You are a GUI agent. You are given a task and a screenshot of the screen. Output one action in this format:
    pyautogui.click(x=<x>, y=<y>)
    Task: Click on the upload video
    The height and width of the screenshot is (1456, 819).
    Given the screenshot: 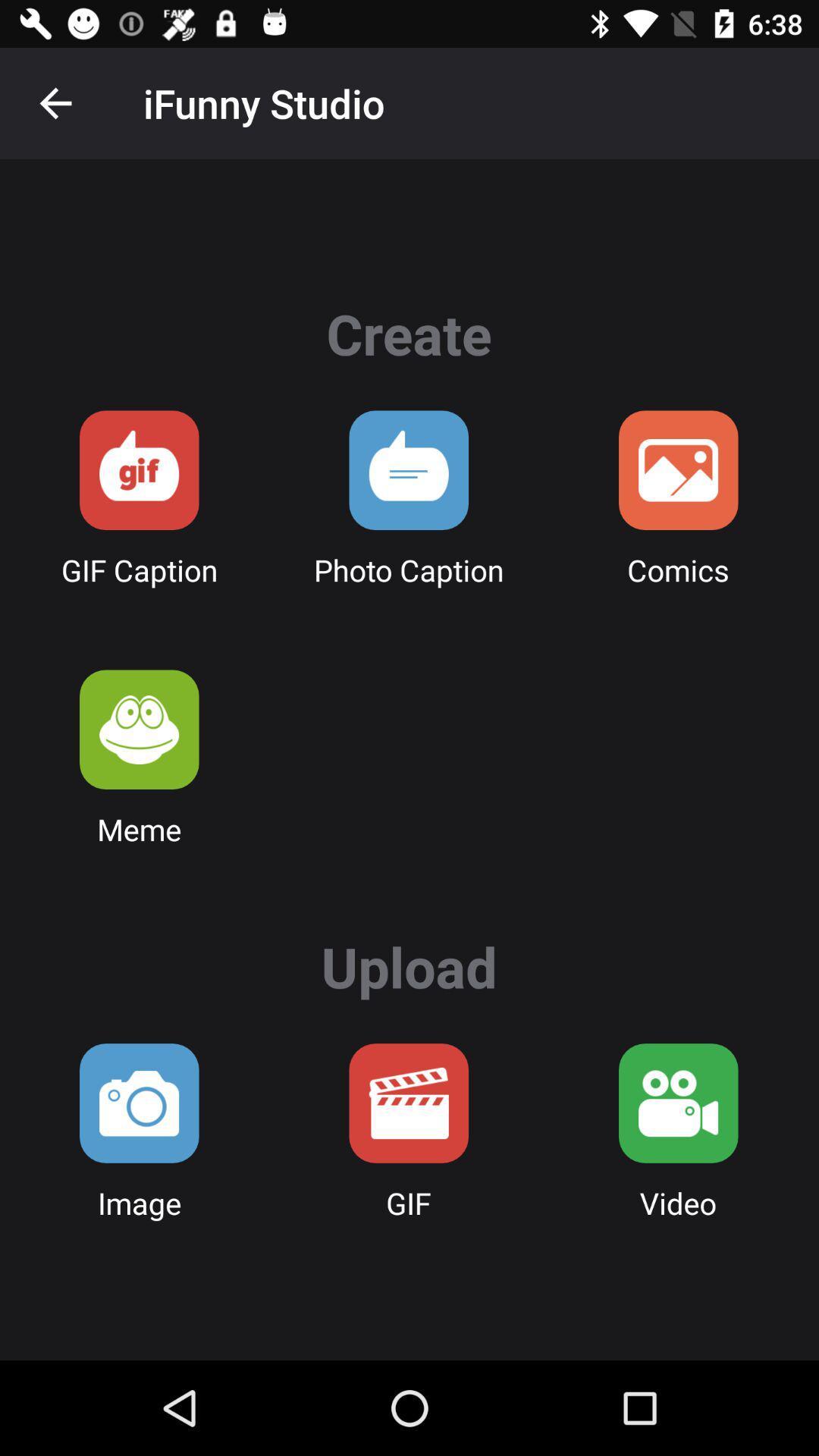 What is the action you would take?
    pyautogui.click(x=677, y=1103)
    